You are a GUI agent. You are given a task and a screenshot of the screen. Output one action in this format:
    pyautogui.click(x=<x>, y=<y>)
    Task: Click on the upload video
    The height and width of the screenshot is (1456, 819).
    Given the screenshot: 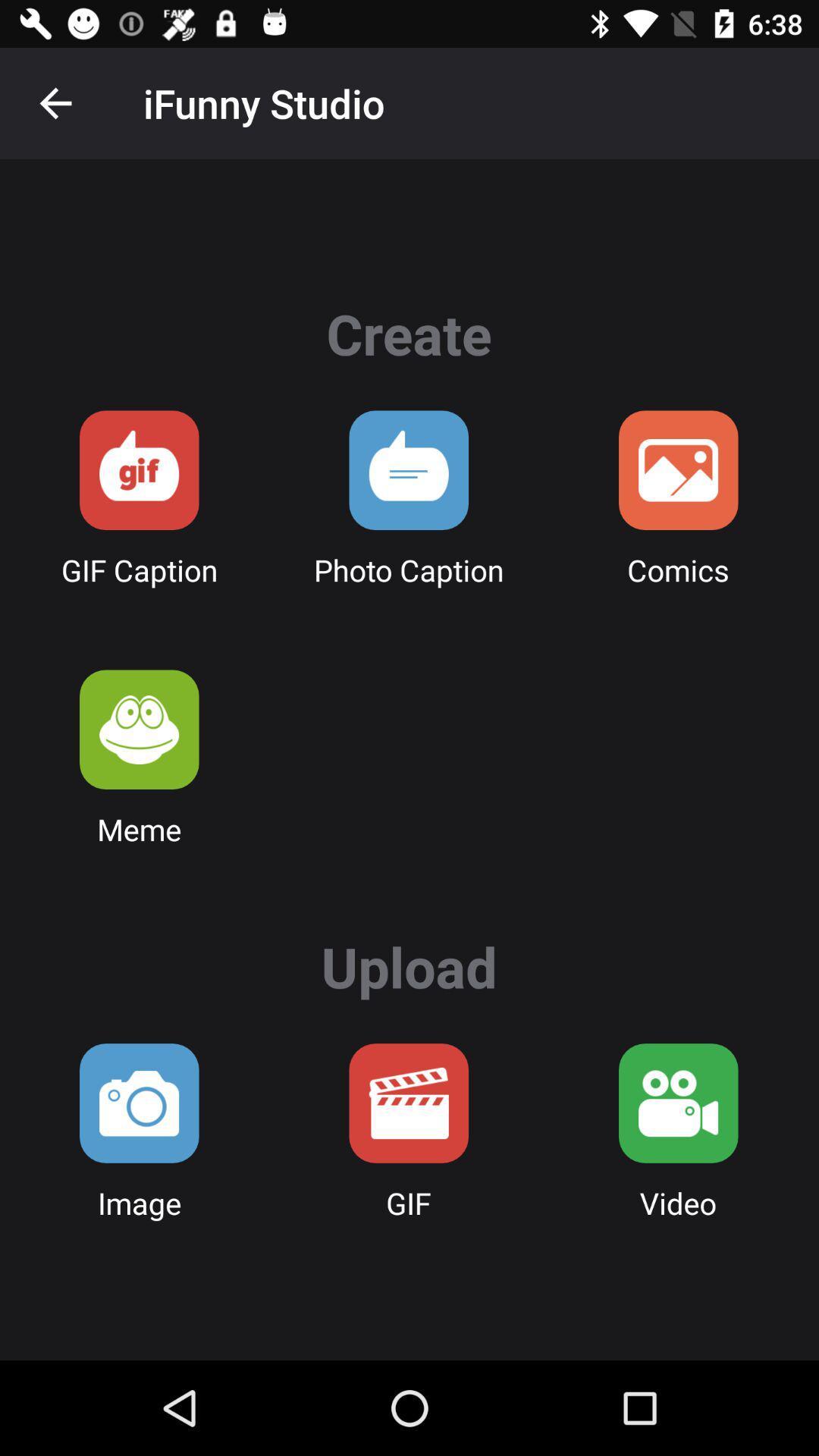 What is the action you would take?
    pyautogui.click(x=677, y=1103)
    